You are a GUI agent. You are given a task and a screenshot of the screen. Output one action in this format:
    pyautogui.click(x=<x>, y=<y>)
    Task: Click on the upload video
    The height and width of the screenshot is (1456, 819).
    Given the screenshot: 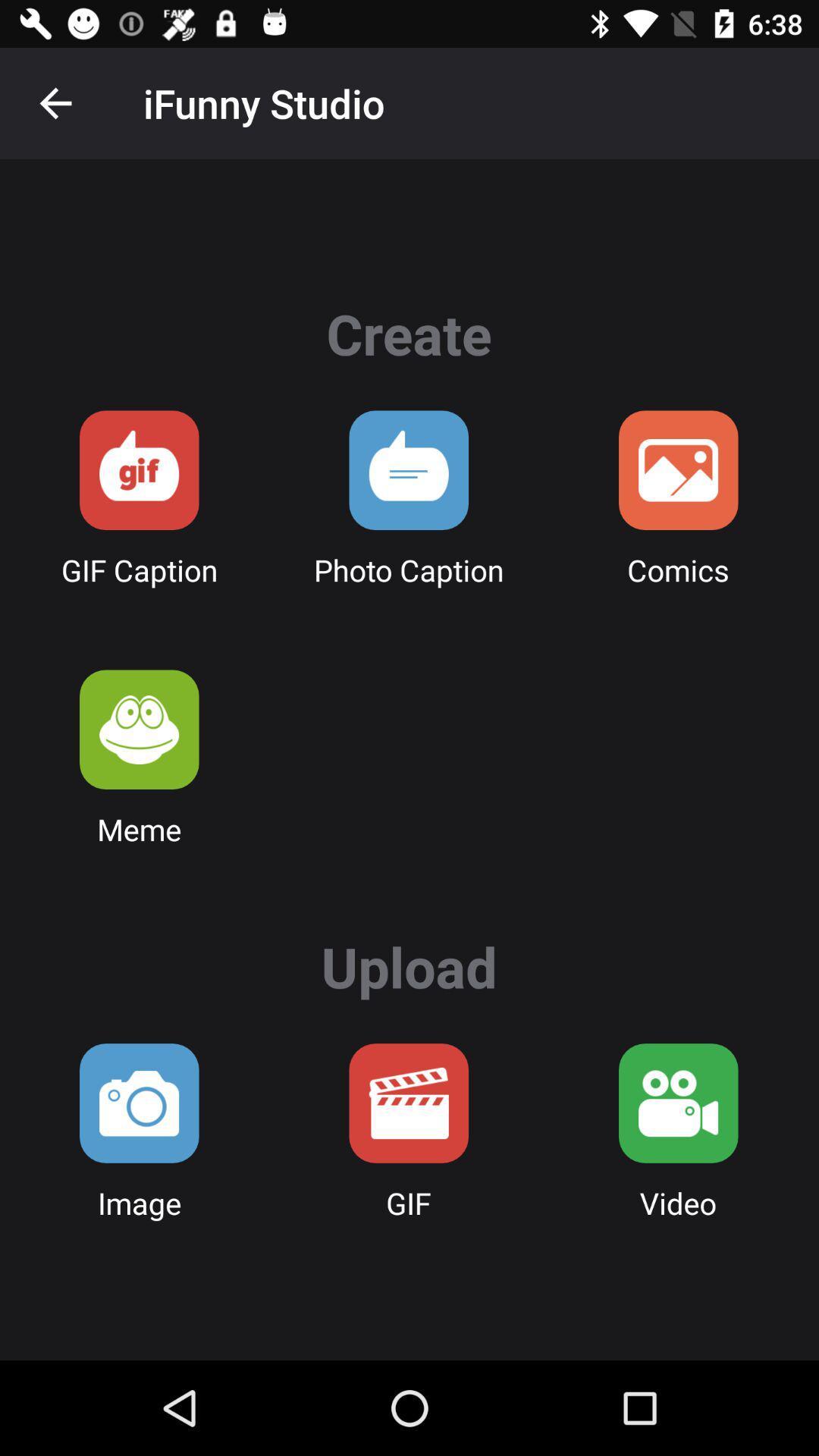 What is the action you would take?
    pyautogui.click(x=677, y=1103)
    